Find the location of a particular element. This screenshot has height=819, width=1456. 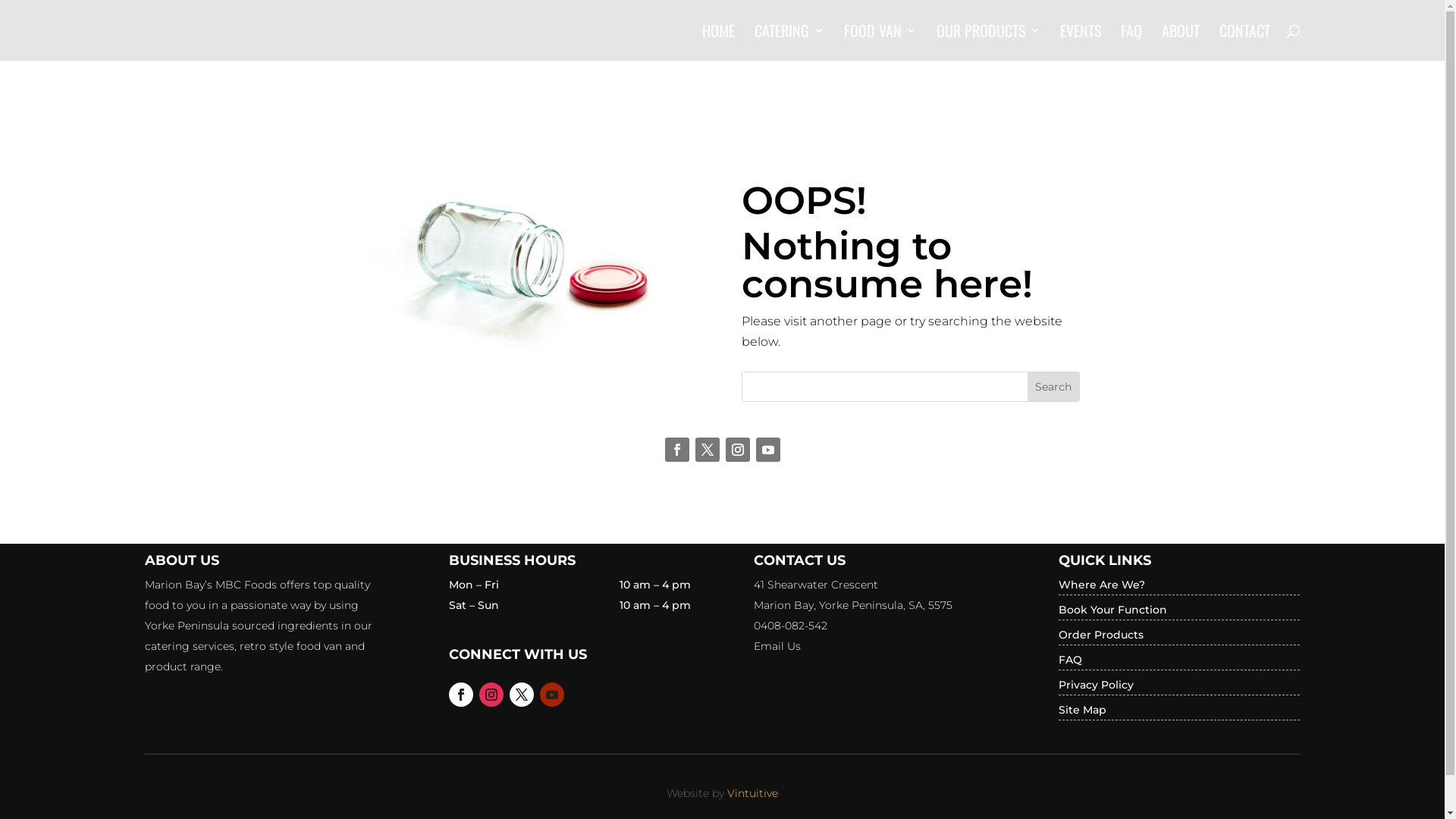

'Email Us' is located at coordinates (777, 646).